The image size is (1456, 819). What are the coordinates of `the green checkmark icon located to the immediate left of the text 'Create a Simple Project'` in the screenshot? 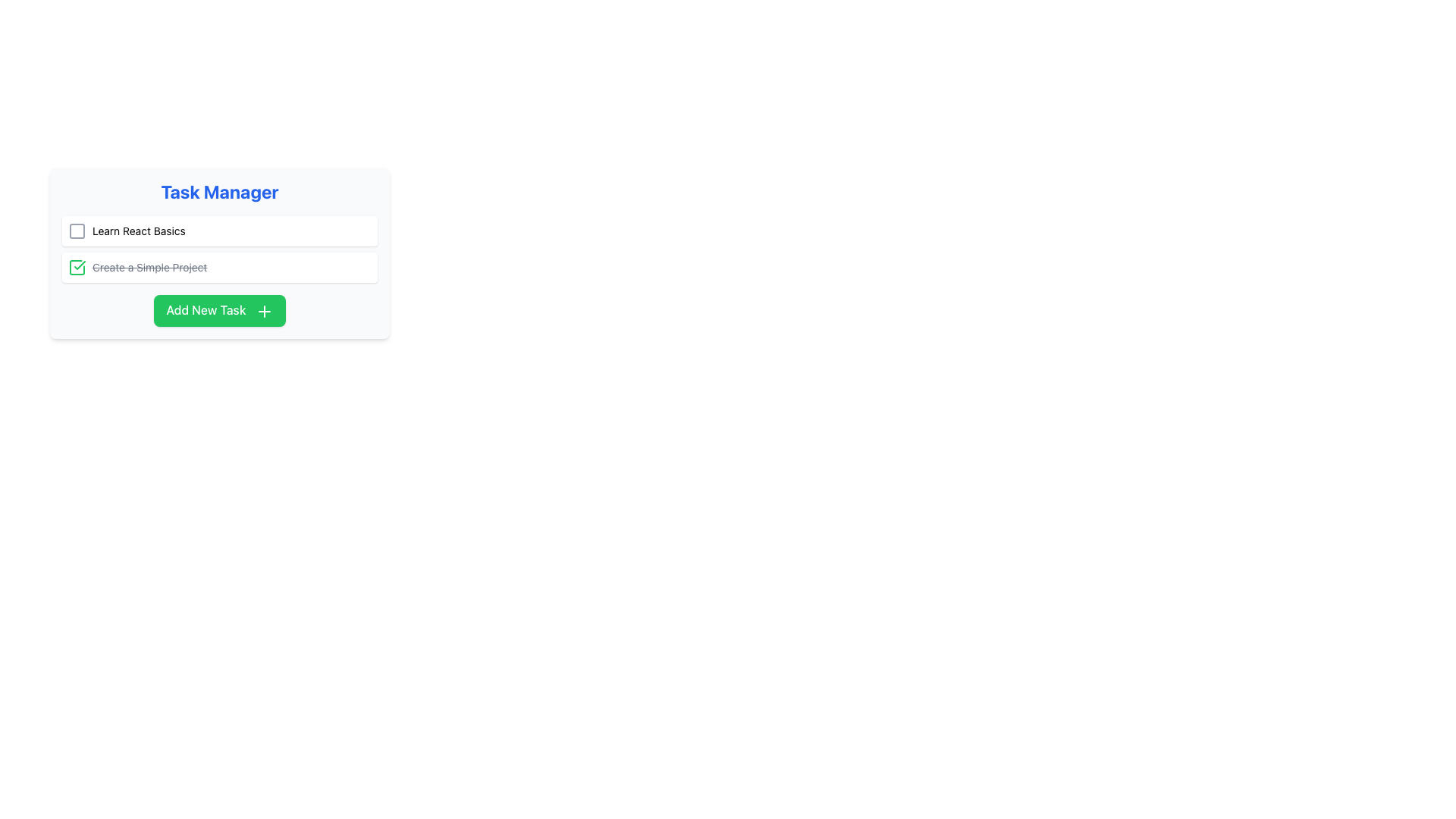 It's located at (76, 267).